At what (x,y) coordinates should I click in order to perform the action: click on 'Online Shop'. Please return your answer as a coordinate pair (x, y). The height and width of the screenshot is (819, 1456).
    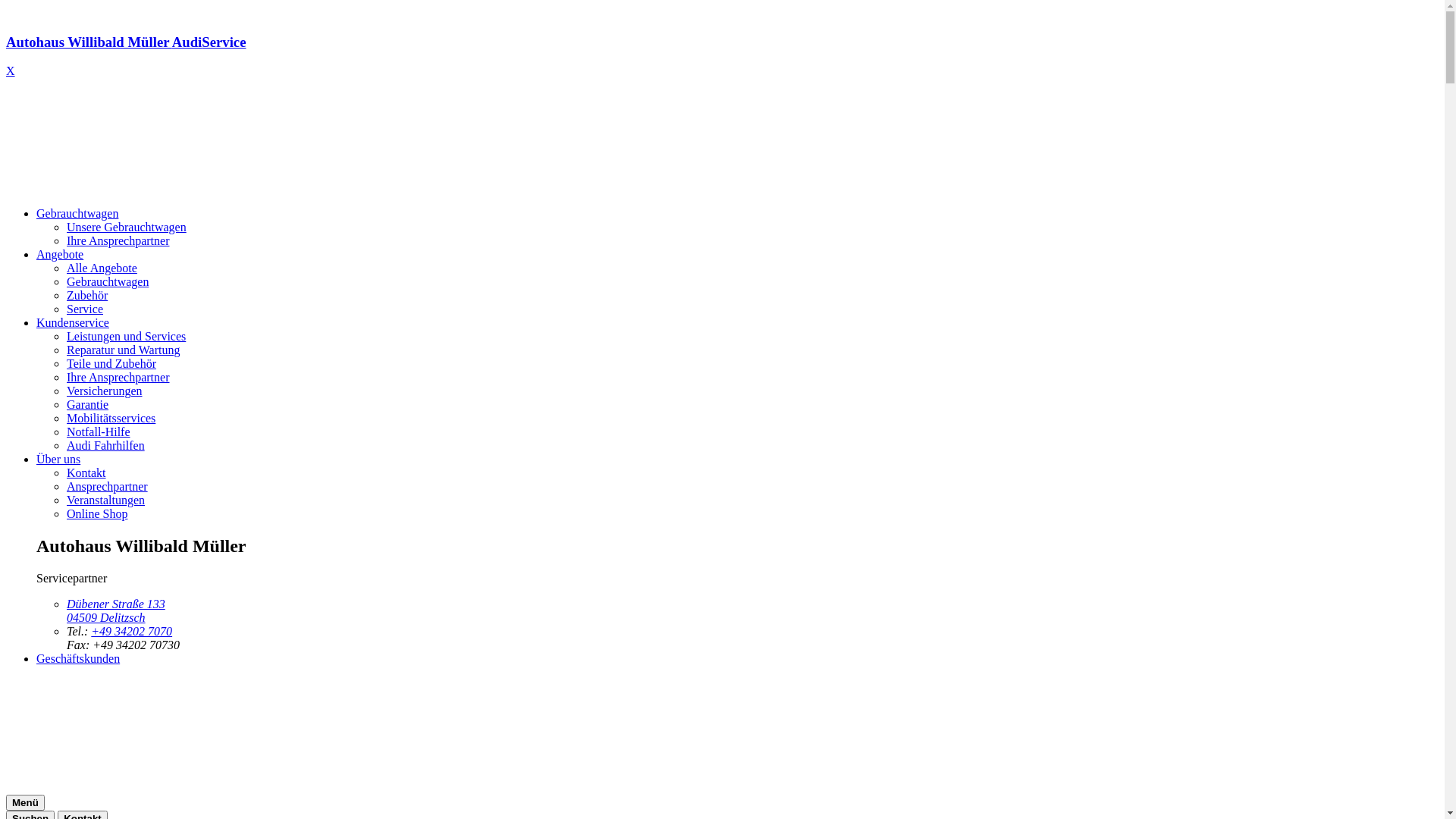
    Looking at the image, I should click on (96, 513).